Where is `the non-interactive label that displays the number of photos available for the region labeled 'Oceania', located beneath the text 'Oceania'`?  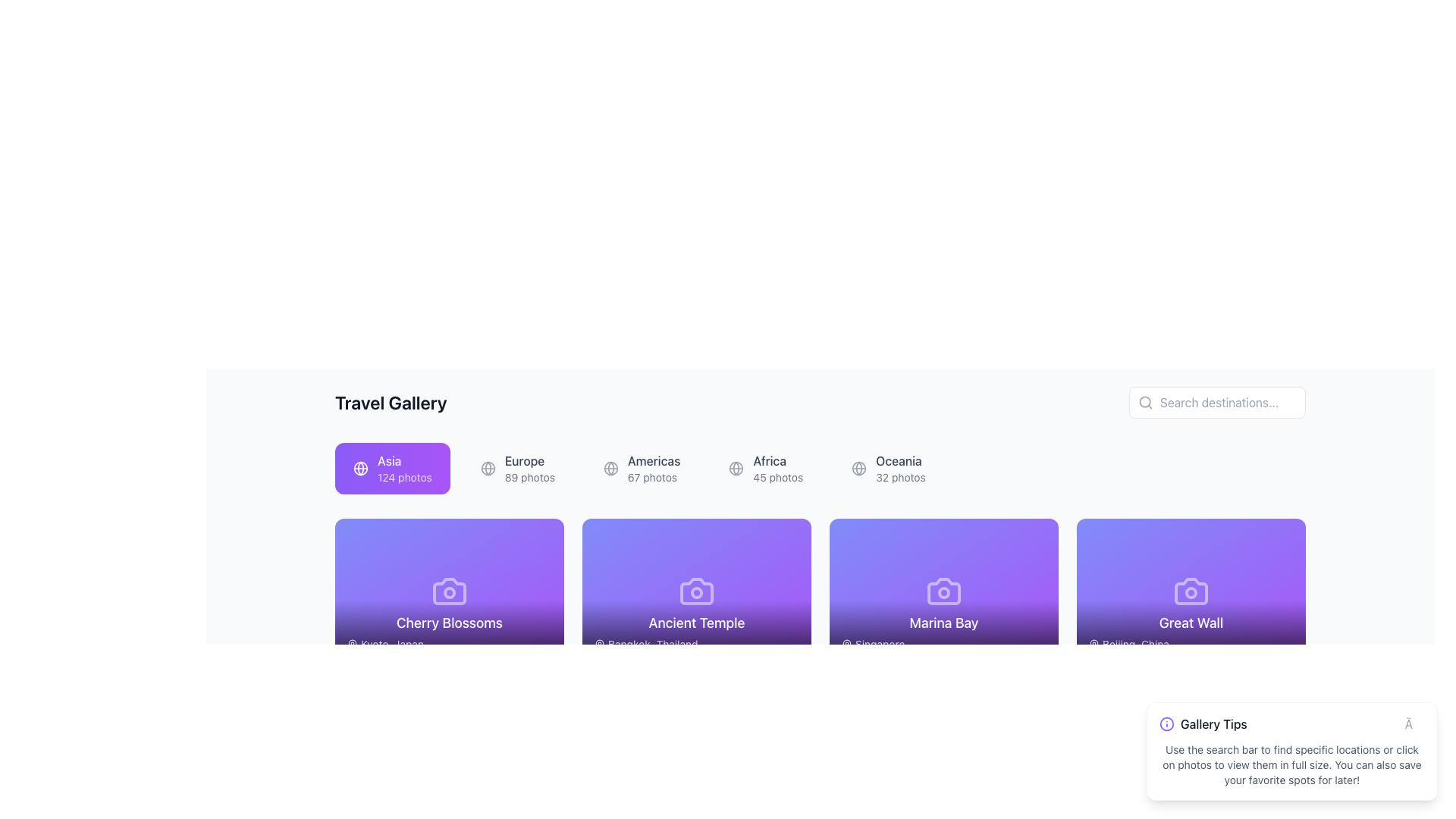 the non-interactive label that displays the number of photos available for the region labeled 'Oceania', located beneath the text 'Oceania' is located at coordinates (900, 476).